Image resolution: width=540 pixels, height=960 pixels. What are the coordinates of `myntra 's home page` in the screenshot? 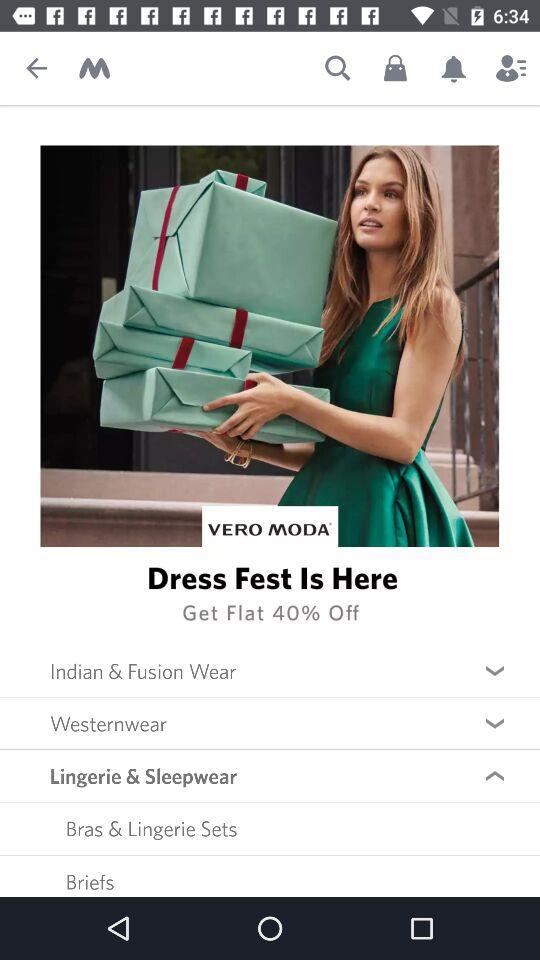 It's located at (93, 68).